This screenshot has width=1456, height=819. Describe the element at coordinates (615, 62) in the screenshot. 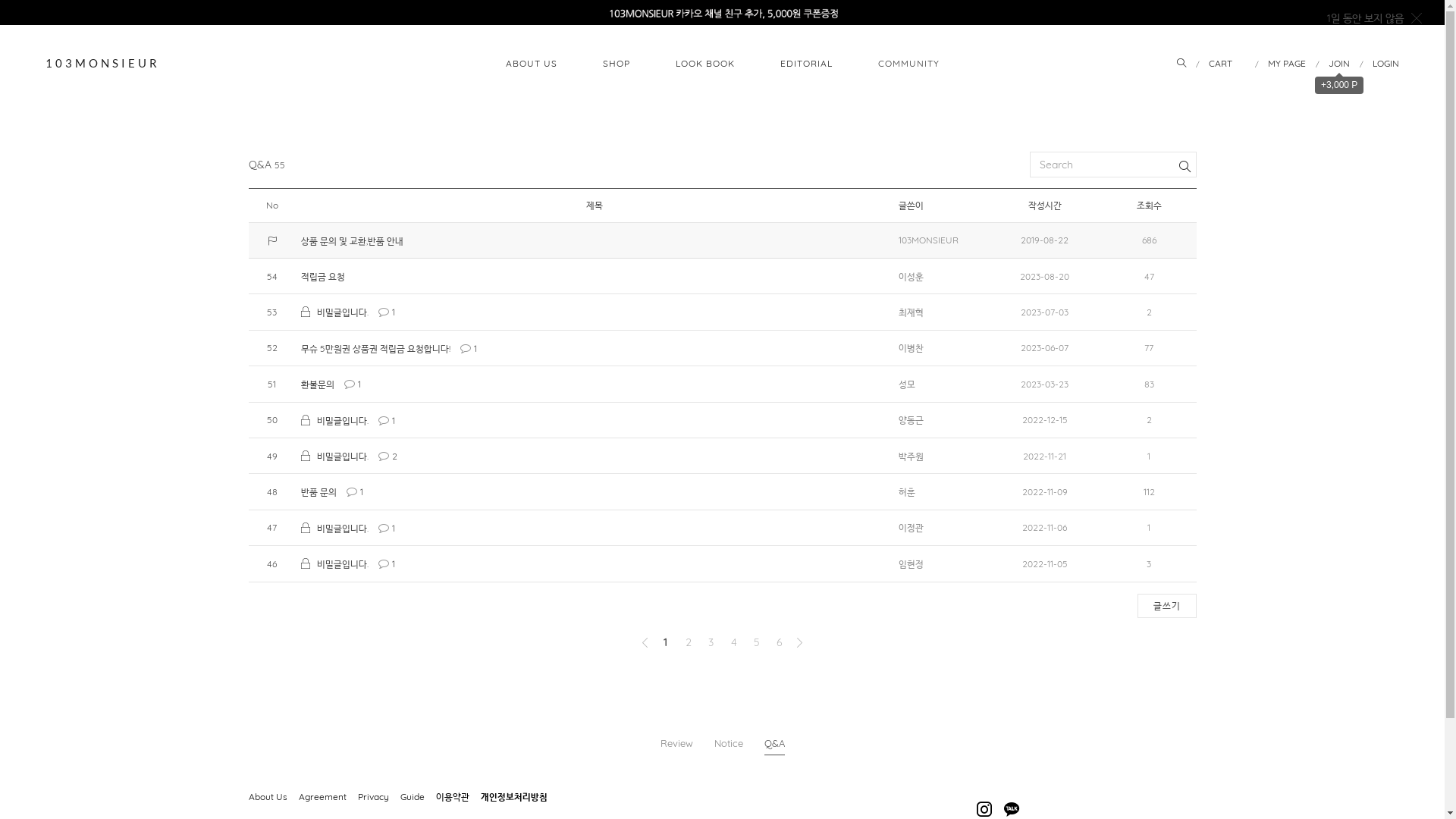

I see `'SHOP'` at that location.